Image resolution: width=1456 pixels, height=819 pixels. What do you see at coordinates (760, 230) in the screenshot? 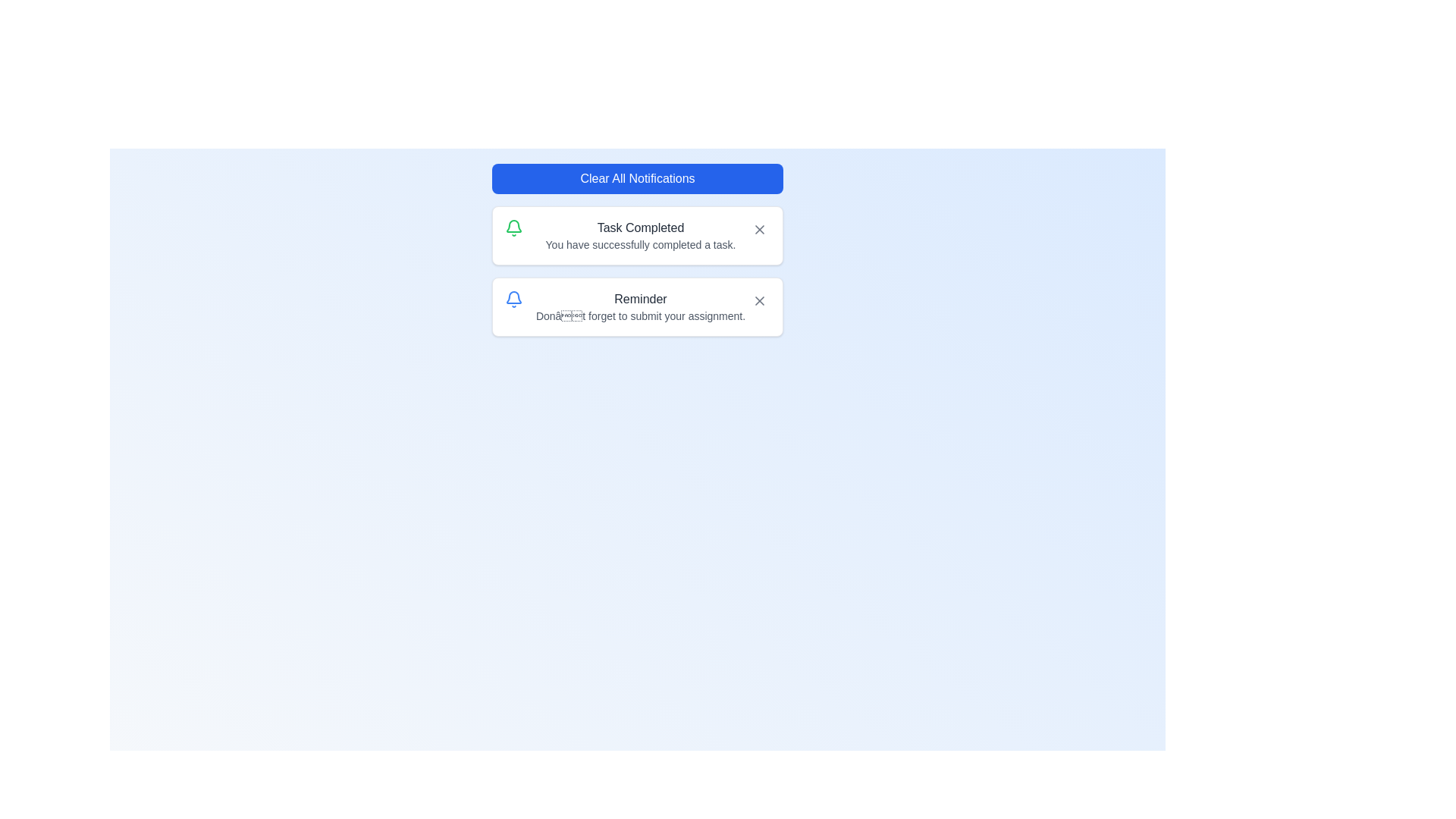
I see `the small circular button with a gray border and a dark 'X' icon inside it, located at the top right corner of the notification card` at bounding box center [760, 230].